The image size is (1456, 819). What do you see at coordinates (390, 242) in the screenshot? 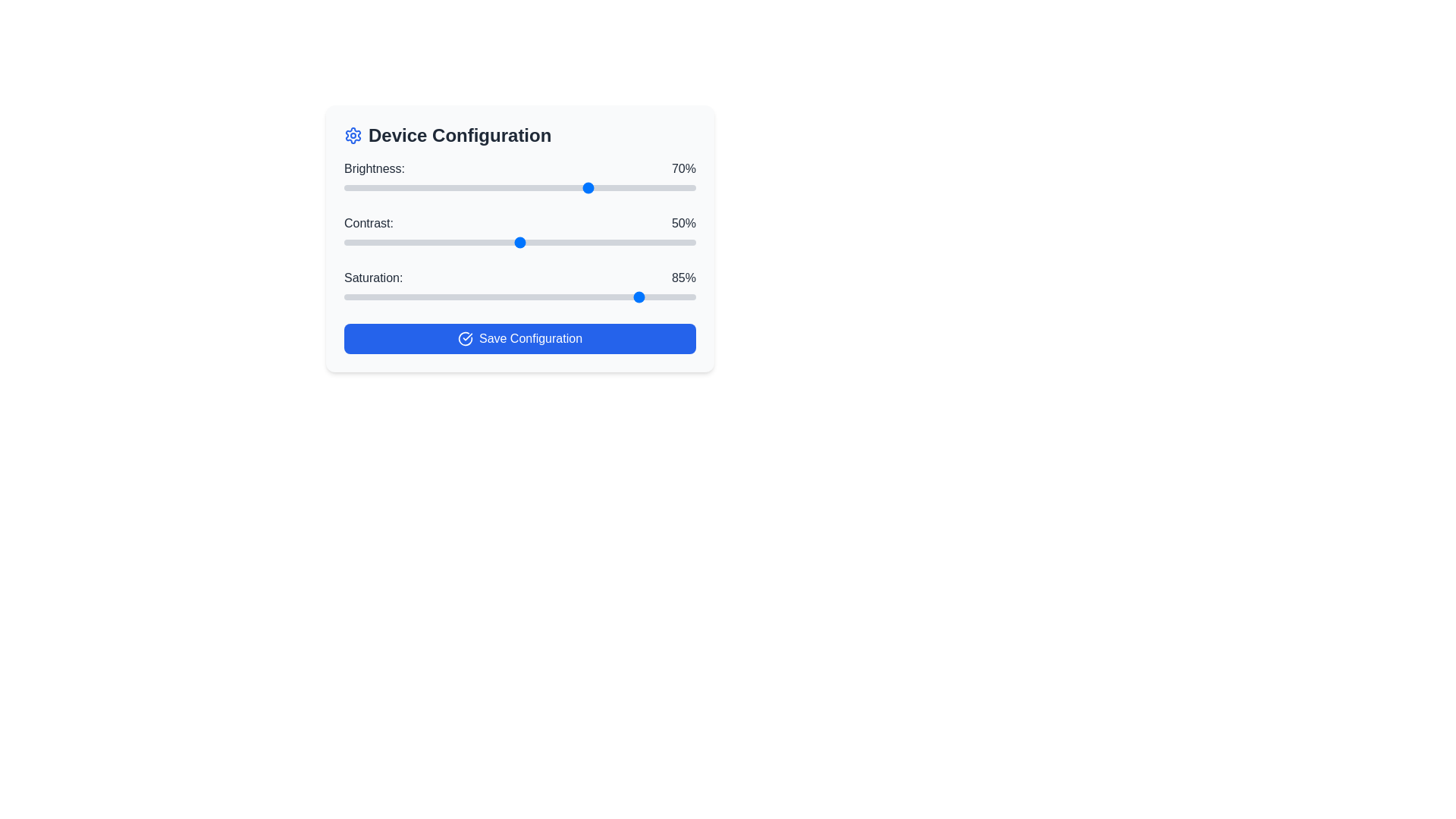
I see `the contrast` at bounding box center [390, 242].